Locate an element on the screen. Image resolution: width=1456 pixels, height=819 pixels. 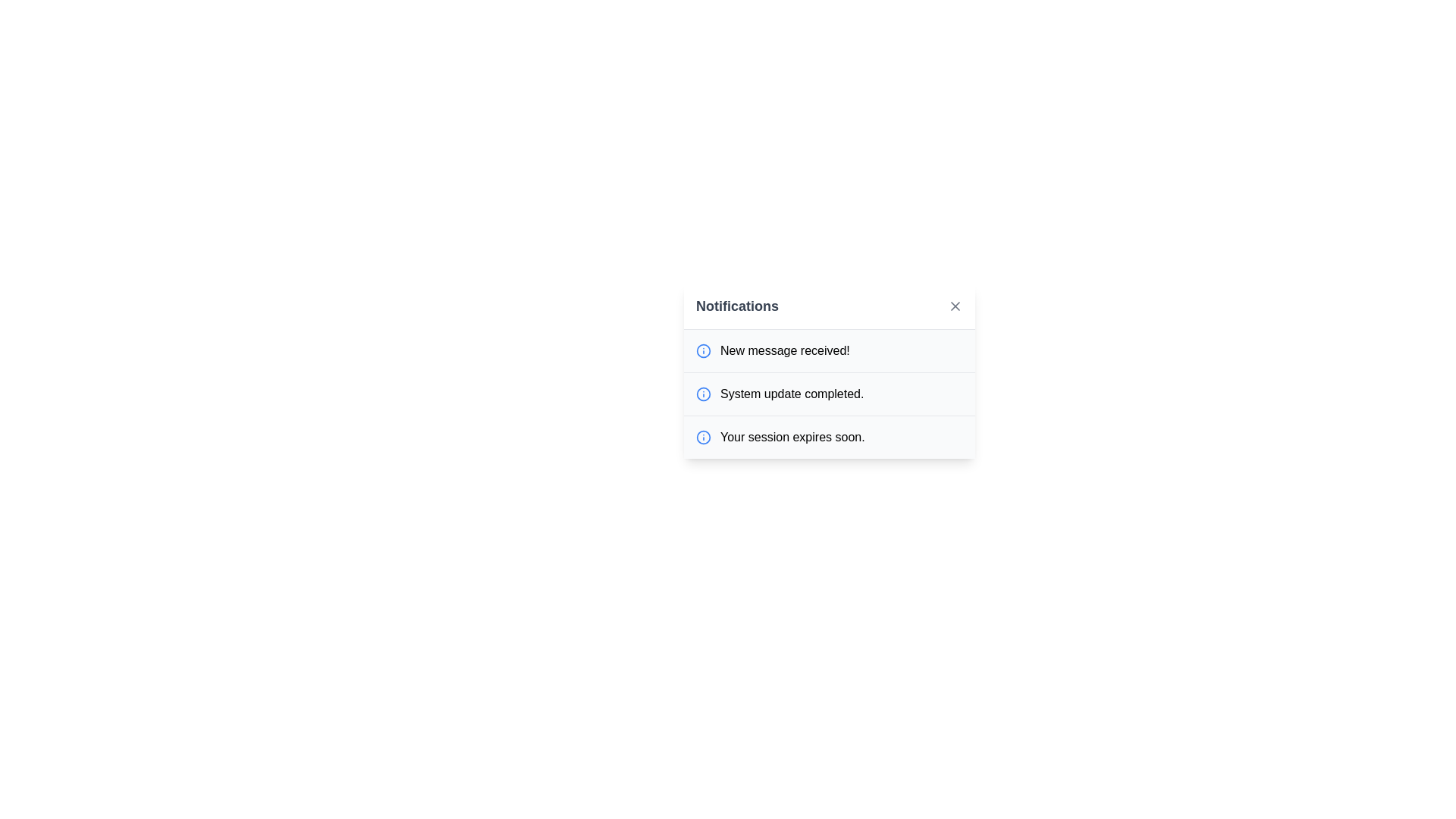
the first notification in the notification row which informs the user about a new message is located at coordinates (829, 350).